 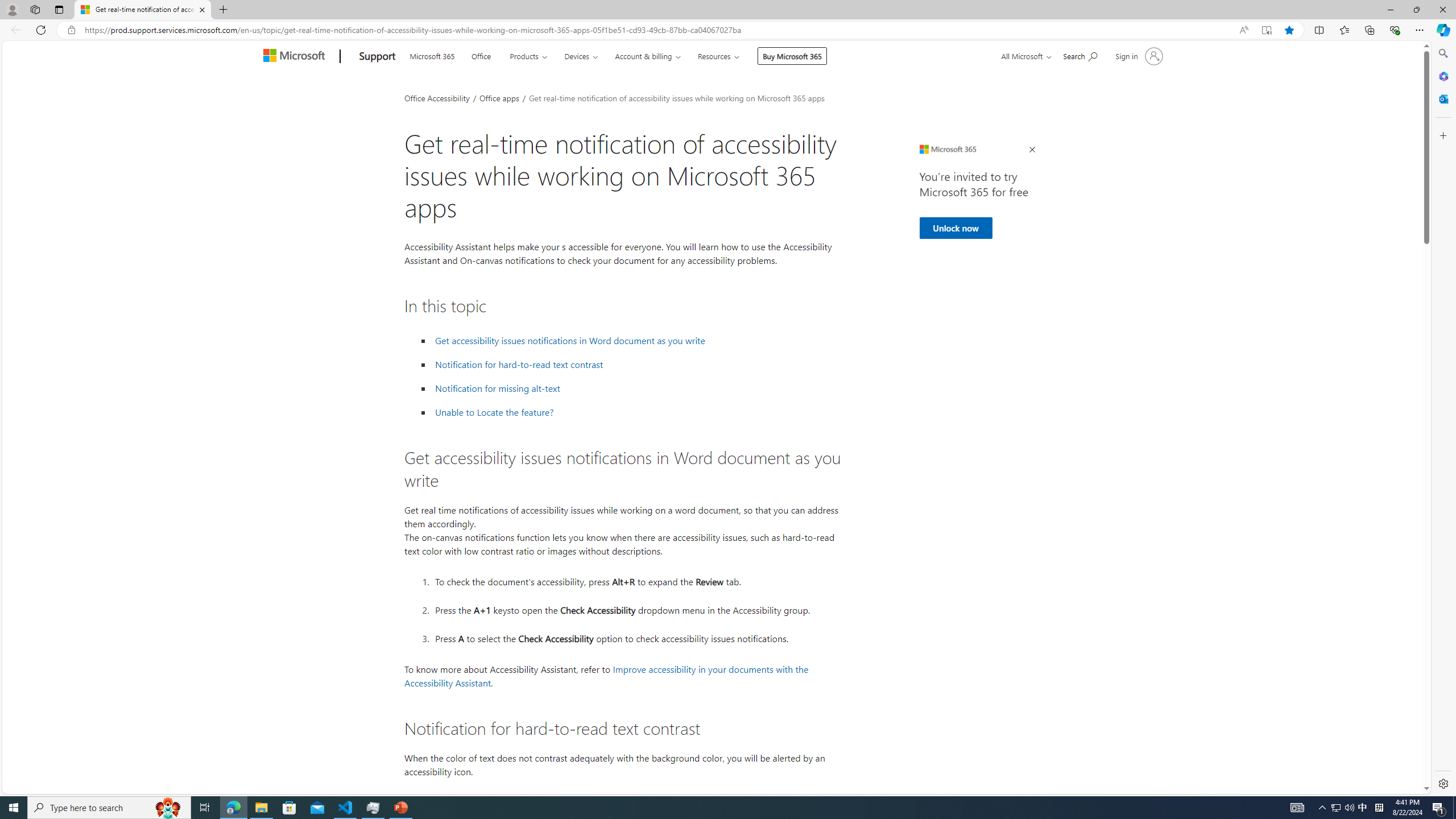 What do you see at coordinates (1080, 55) in the screenshot?
I see `'Search for help'` at bounding box center [1080, 55].